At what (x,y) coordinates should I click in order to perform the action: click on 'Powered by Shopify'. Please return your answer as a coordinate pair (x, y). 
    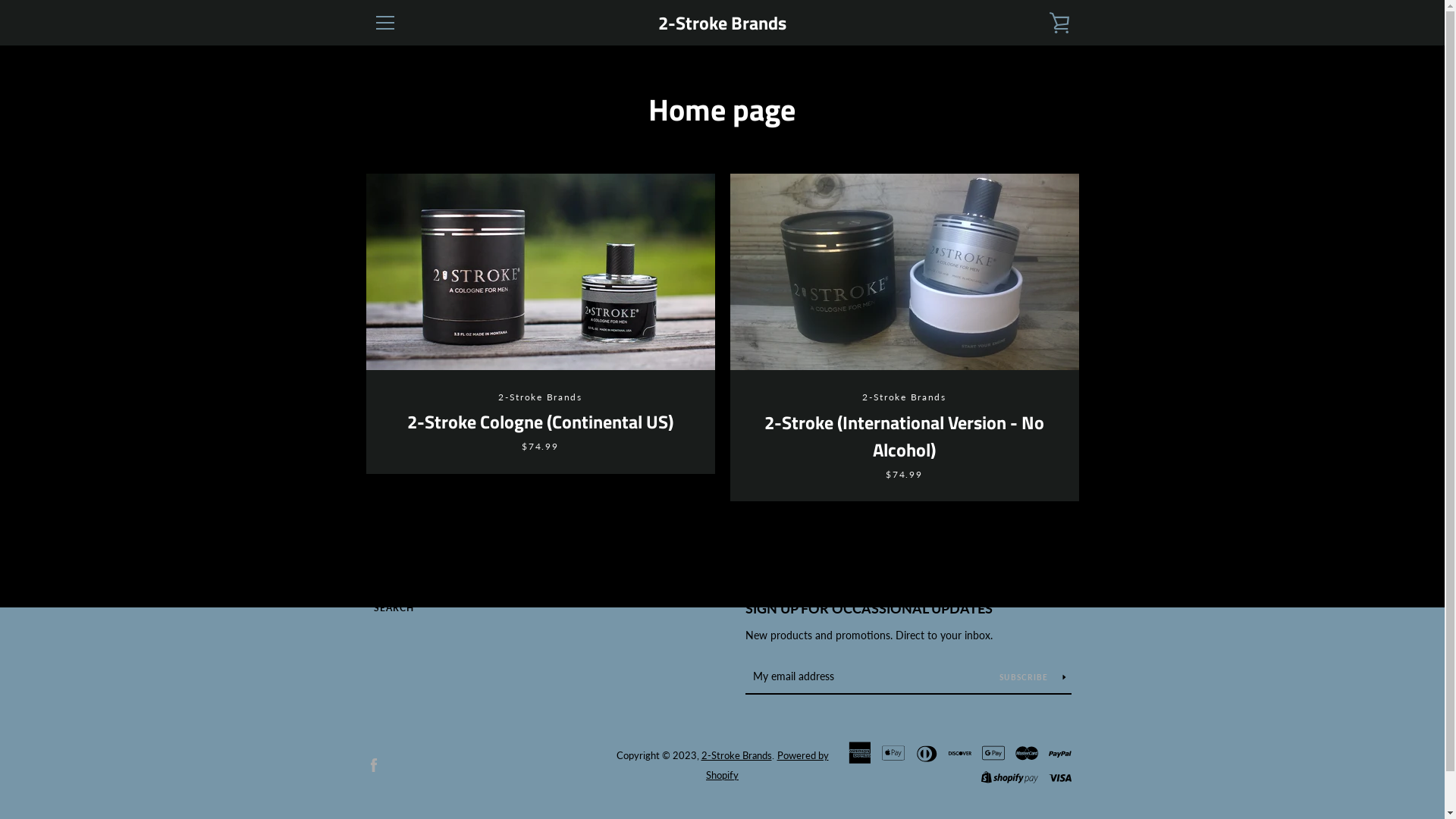
    Looking at the image, I should click on (767, 765).